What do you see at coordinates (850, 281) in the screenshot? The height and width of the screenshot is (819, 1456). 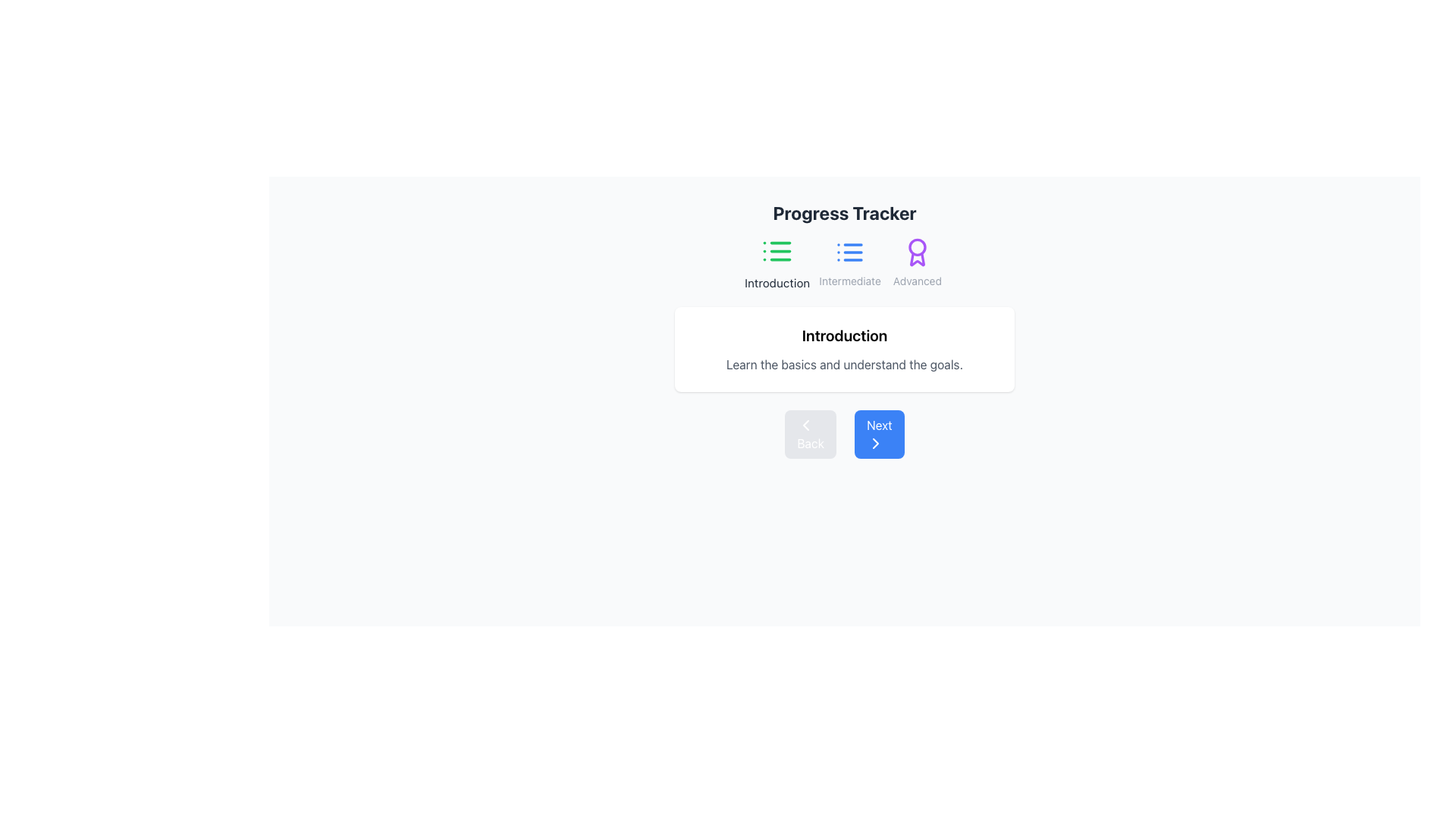 I see `the text label reading 'Intermediate', which is the second label in the horizontal sequence under the 'Progress Tracker' header` at bounding box center [850, 281].